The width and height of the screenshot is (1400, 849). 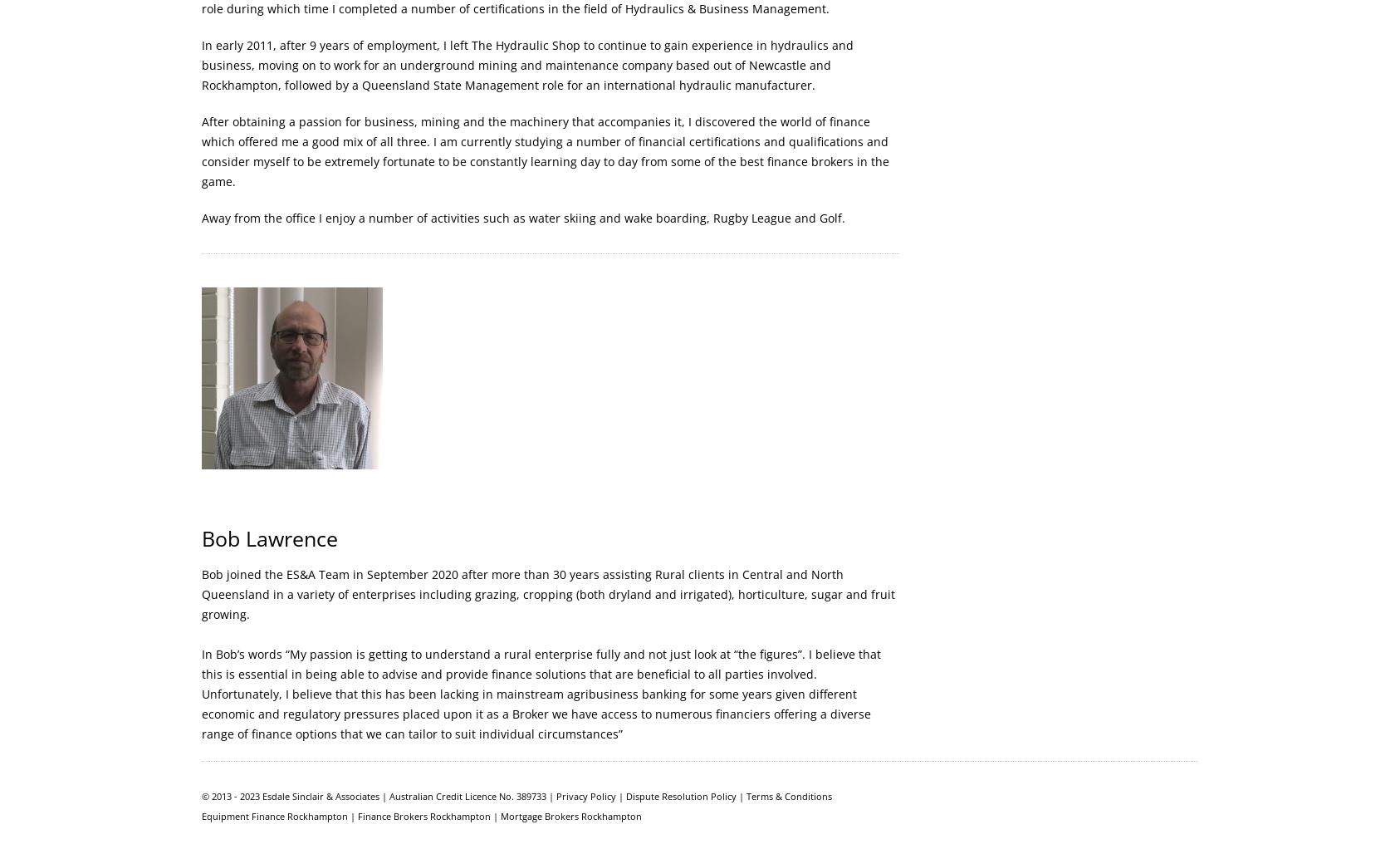 What do you see at coordinates (522, 218) in the screenshot?
I see `'Away from the office I enjoy a number of activities such as water skiing and wake boarding, Rugby League and Golf.'` at bounding box center [522, 218].